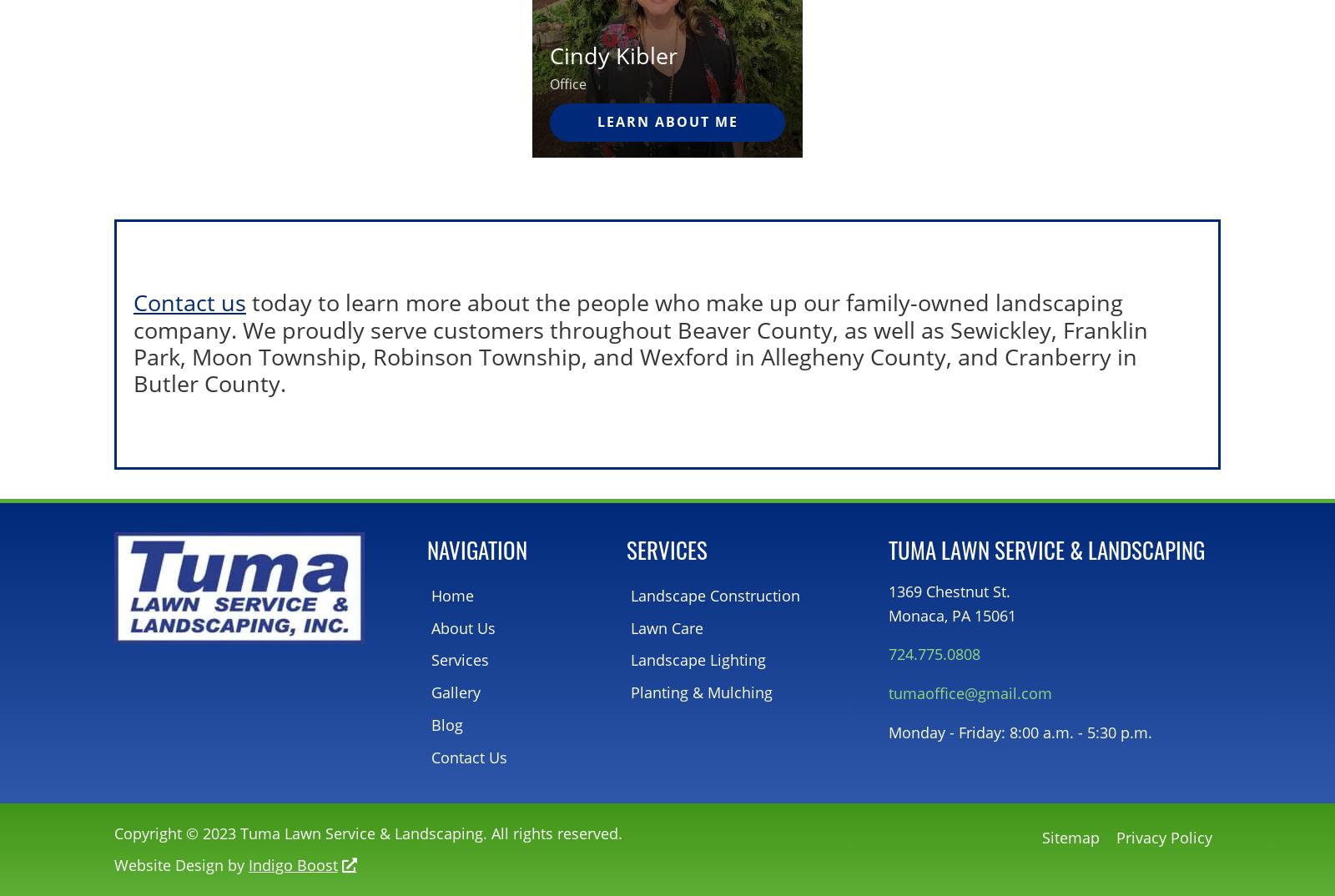  Describe the element at coordinates (446, 723) in the screenshot. I see `'Blog'` at that location.